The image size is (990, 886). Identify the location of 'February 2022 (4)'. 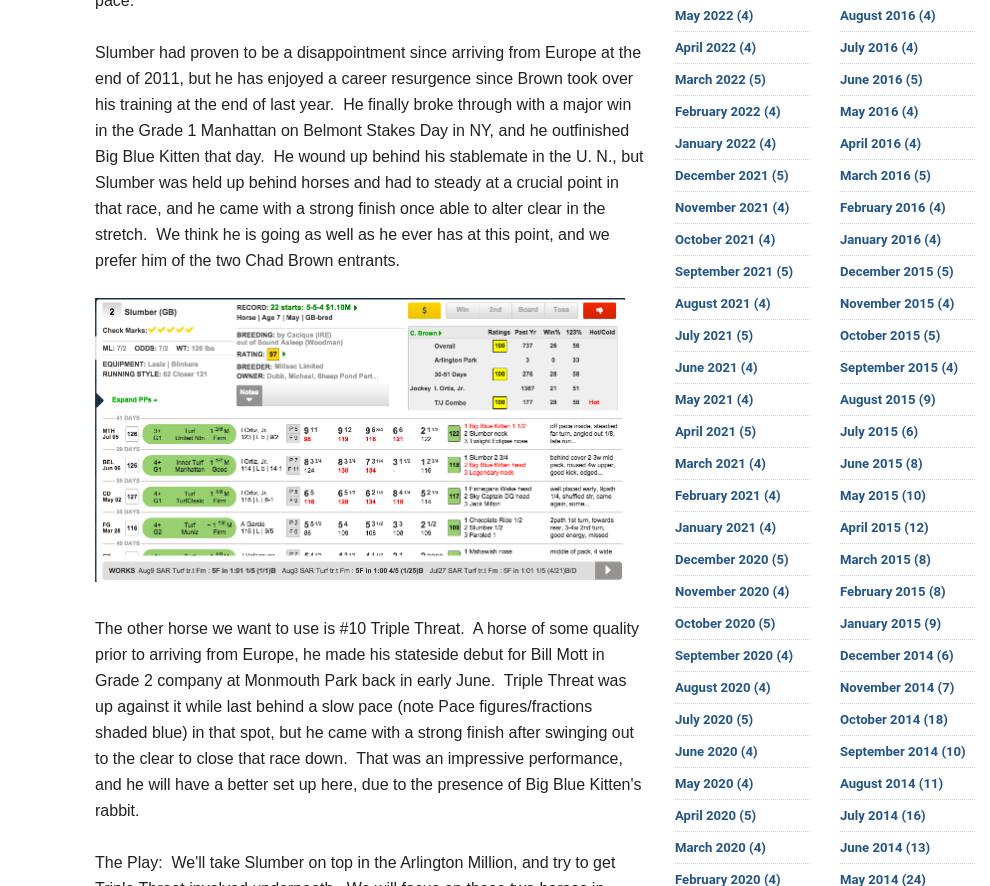
(726, 111).